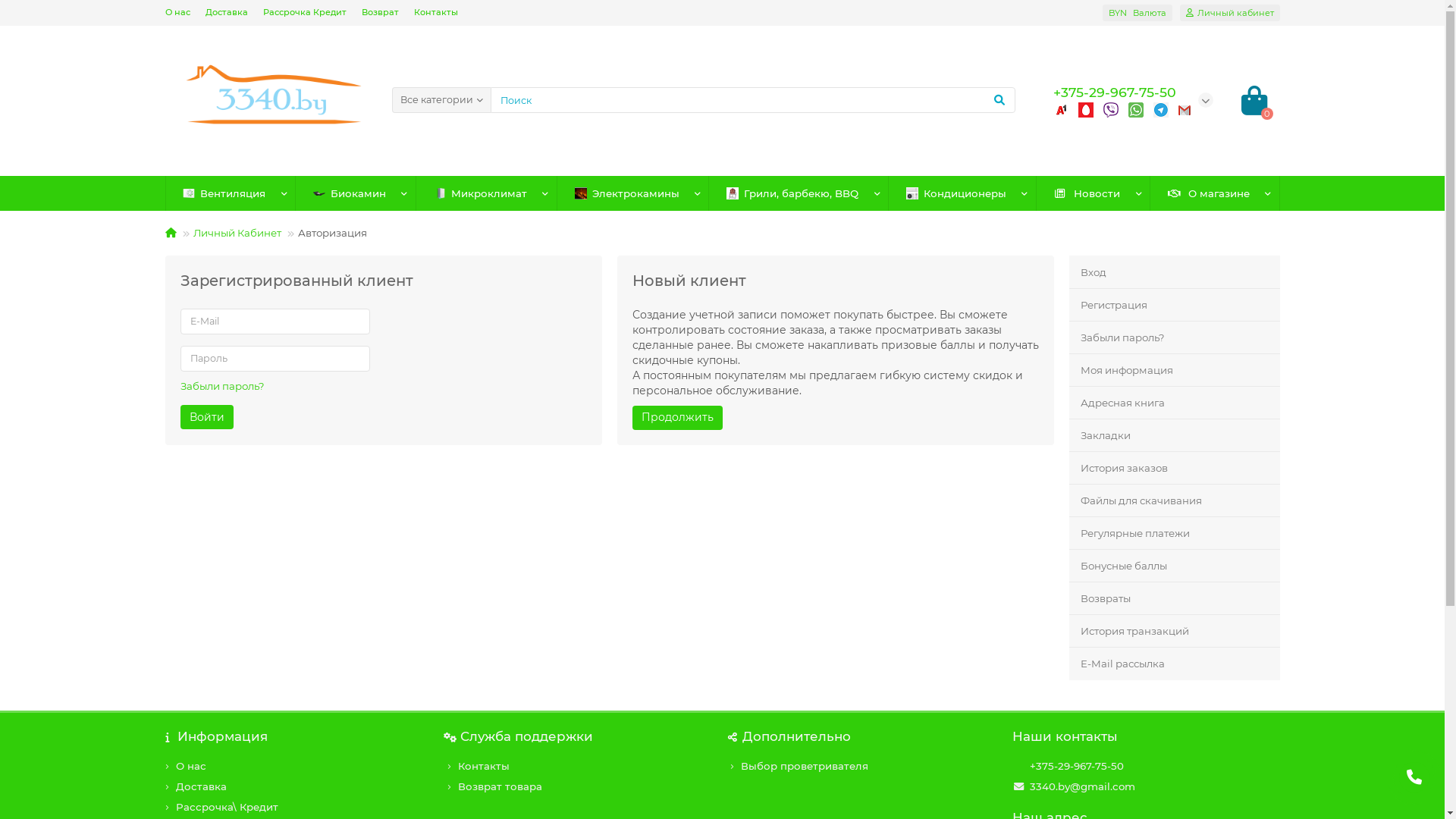 This screenshot has height=819, width=1456. I want to click on '0', so click(1253, 100).